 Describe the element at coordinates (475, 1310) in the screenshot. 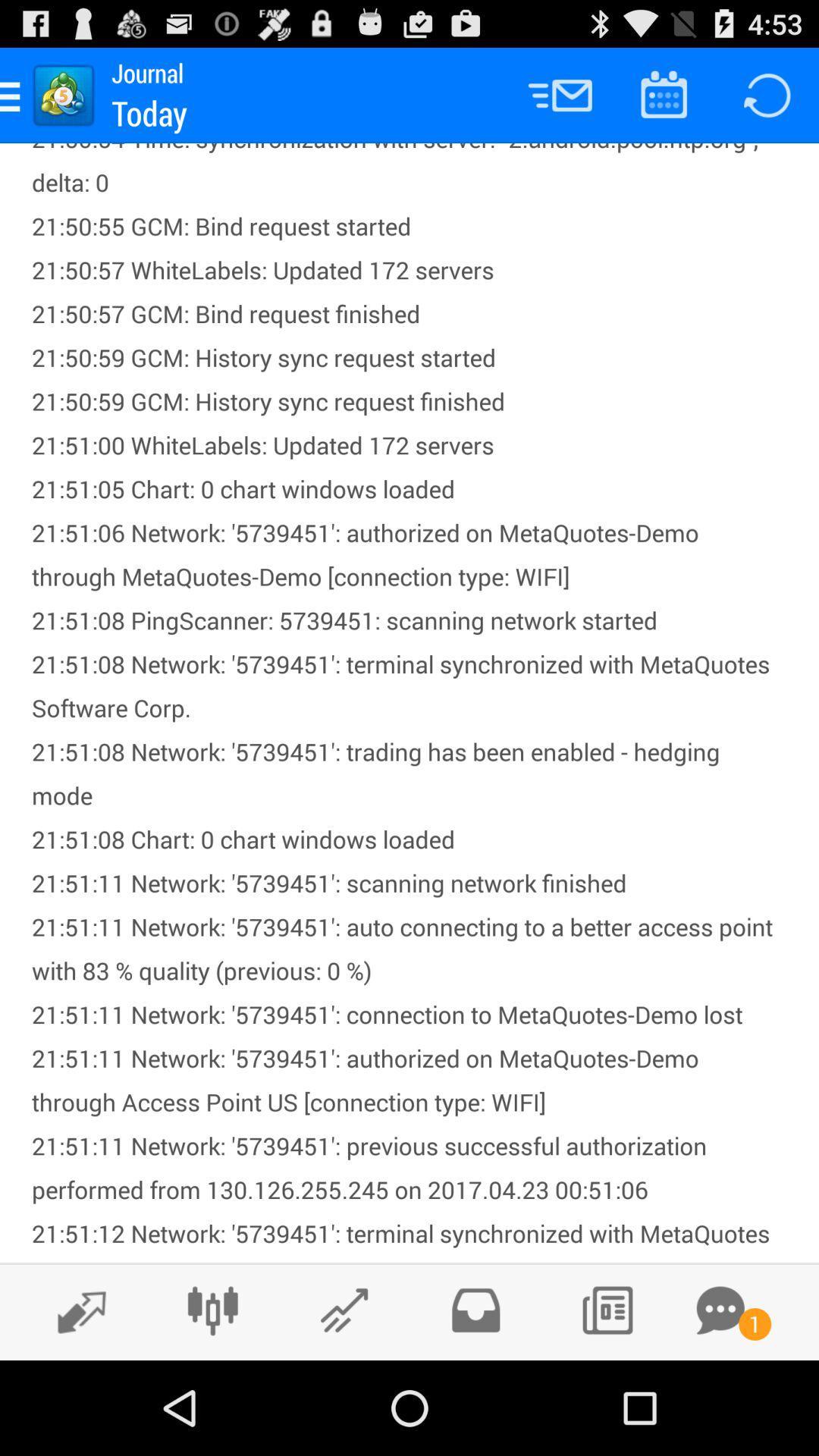

I see `security options` at that location.